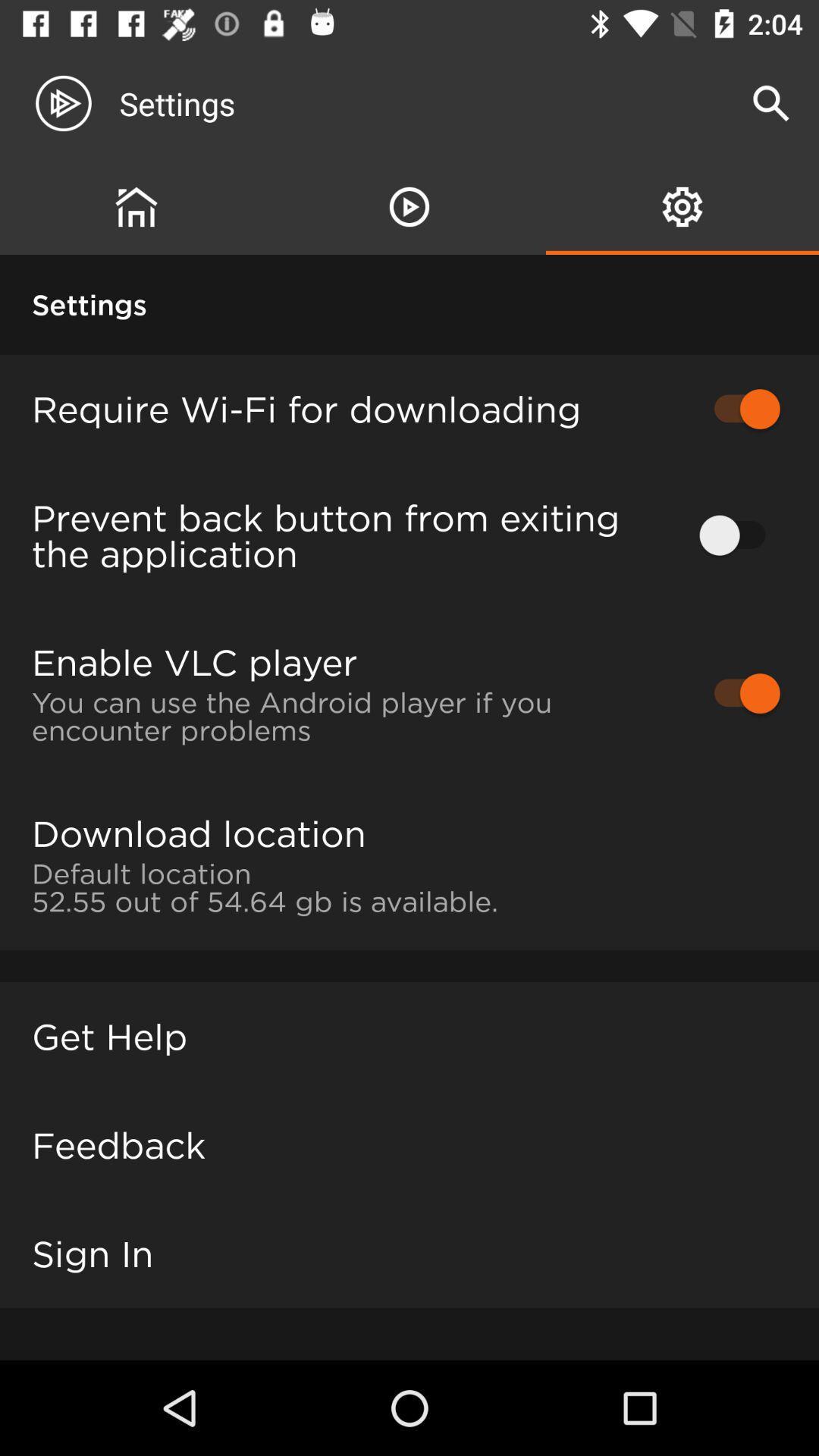  I want to click on the play button beside settings, so click(76, 103).